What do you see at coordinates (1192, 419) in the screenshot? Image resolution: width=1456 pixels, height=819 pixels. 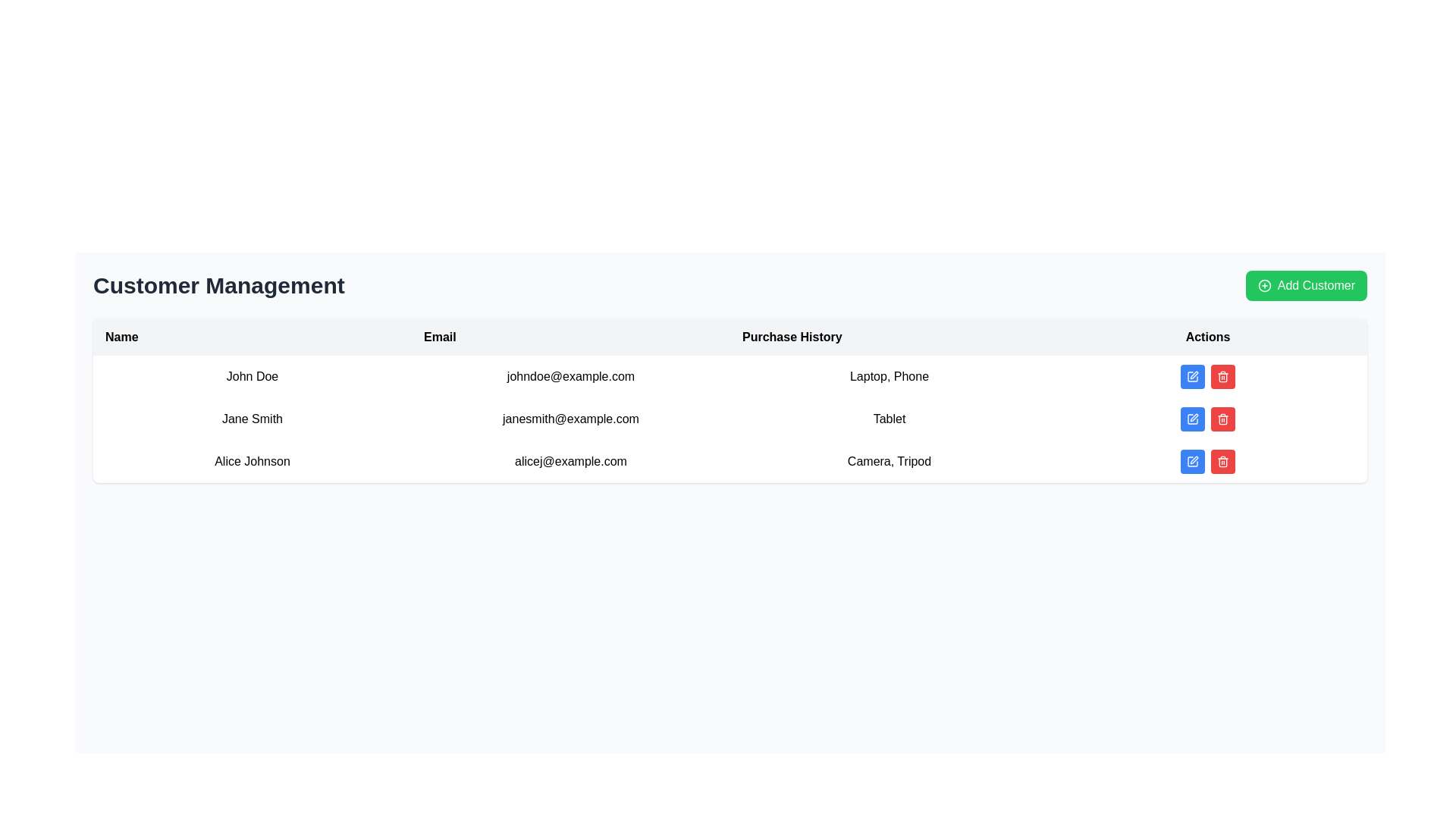 I see `the edit button located in the 'Actions' column, specifically the second button corresponding to 'Jane Smith'` at bounding box center [1192, 419].